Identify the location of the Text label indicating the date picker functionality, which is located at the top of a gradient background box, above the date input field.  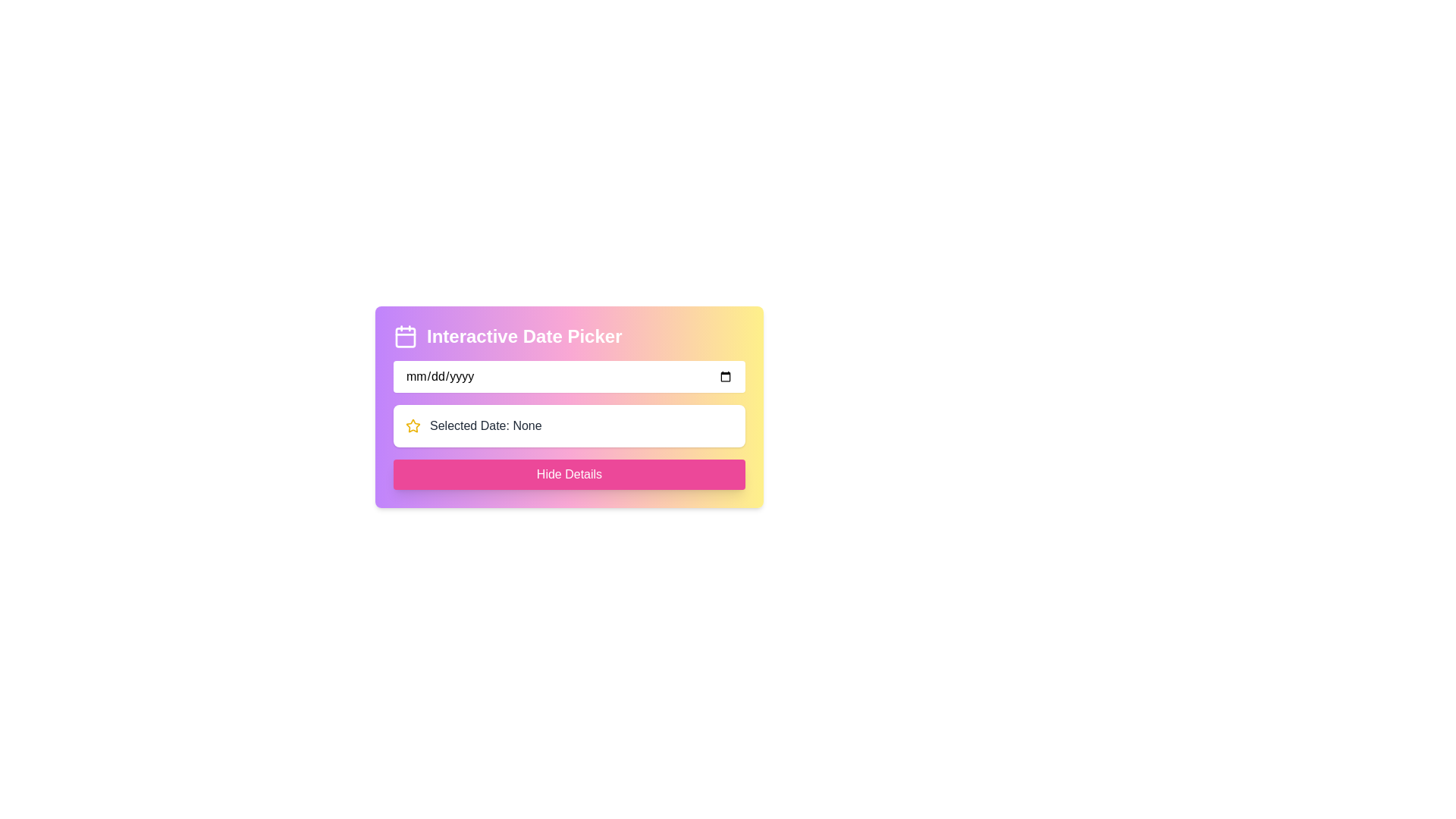
(568, 335).